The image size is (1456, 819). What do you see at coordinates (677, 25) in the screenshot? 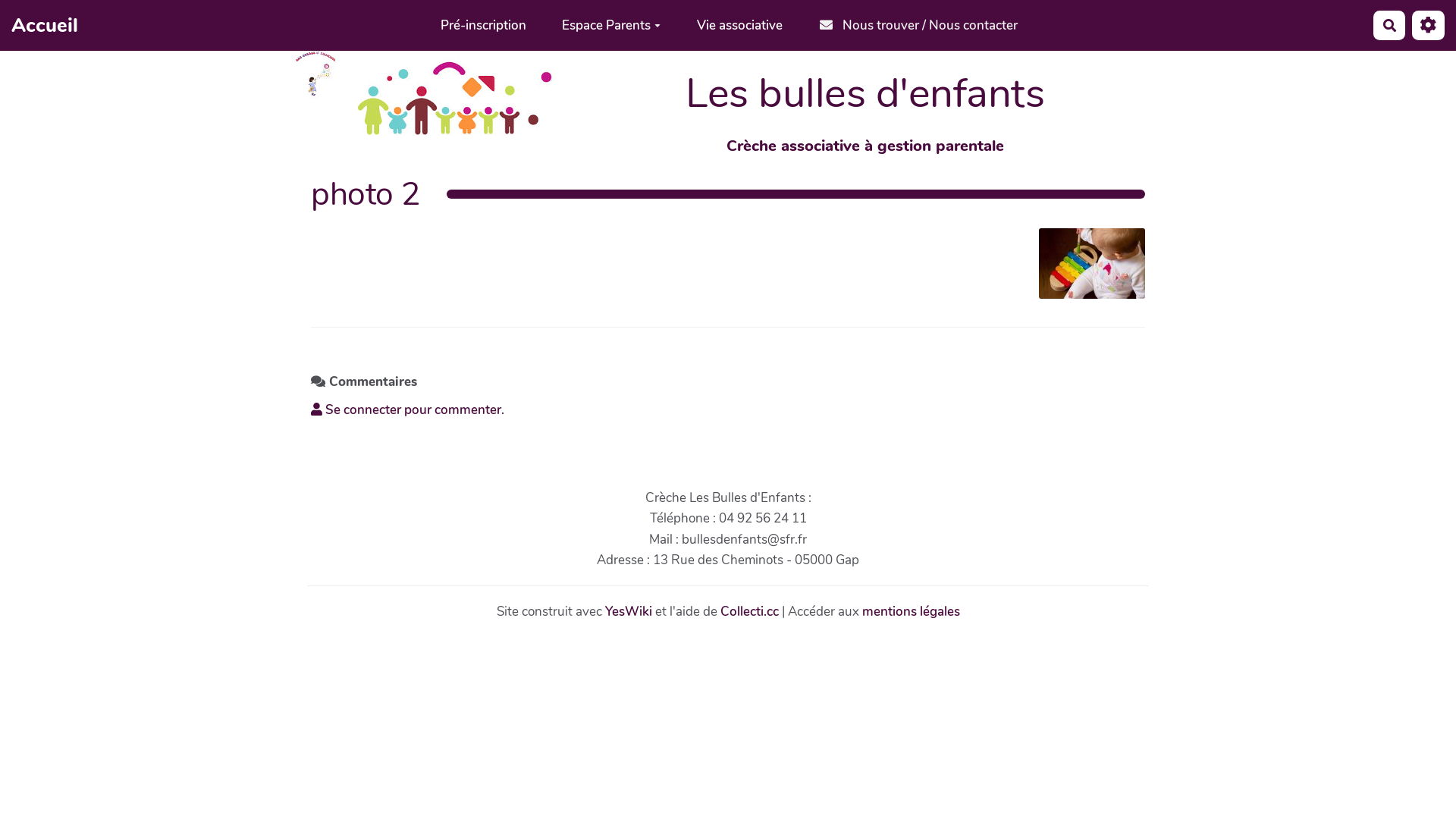
I see `'Vie associative'` at bounding box center [677, 25].